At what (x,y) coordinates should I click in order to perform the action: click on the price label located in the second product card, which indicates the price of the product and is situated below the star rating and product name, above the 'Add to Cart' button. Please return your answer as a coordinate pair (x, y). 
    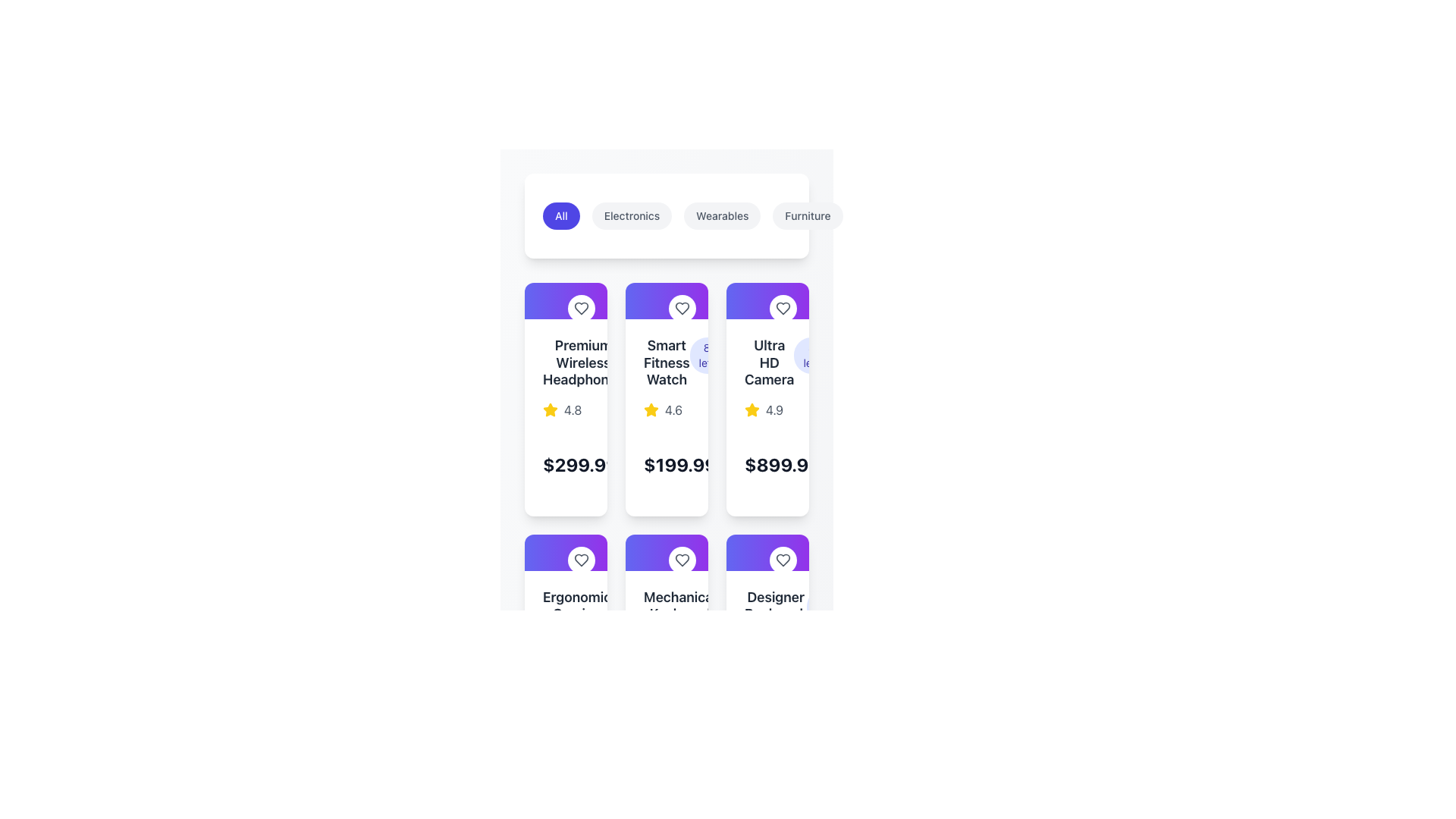
    Looking at the image, I should click on (679, 463).